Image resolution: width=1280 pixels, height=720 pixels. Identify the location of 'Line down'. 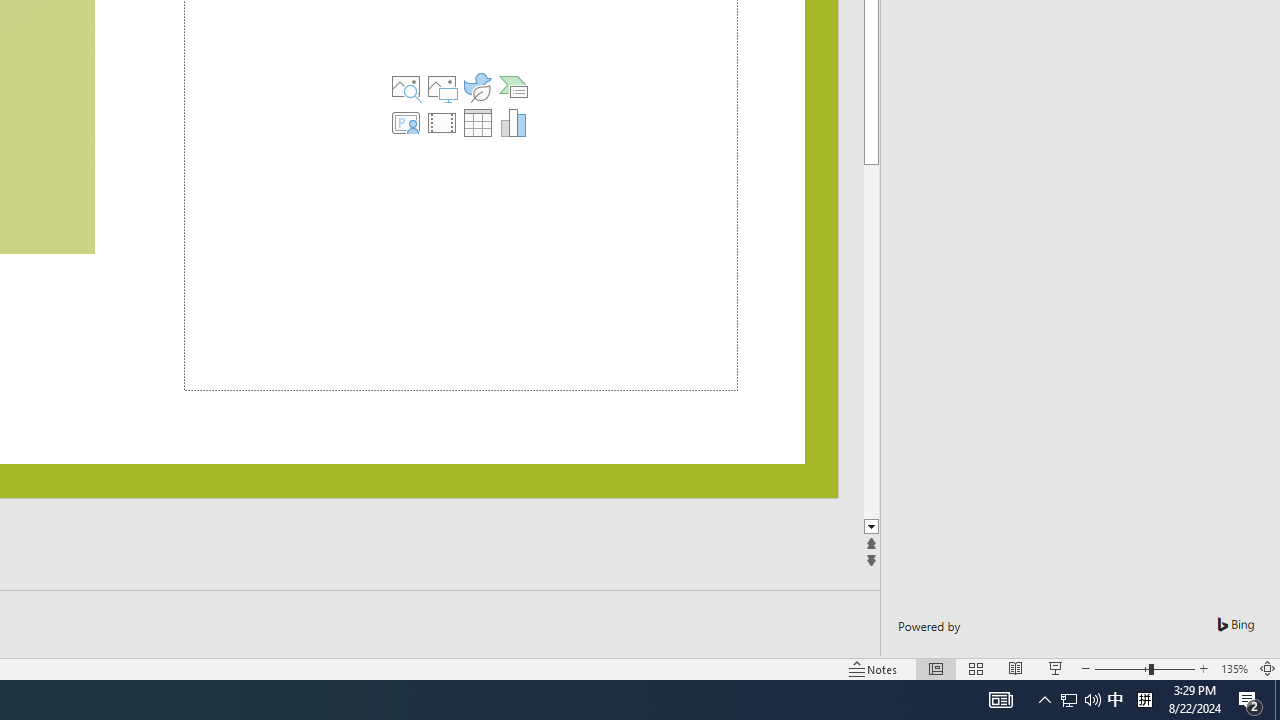
(873, 527).